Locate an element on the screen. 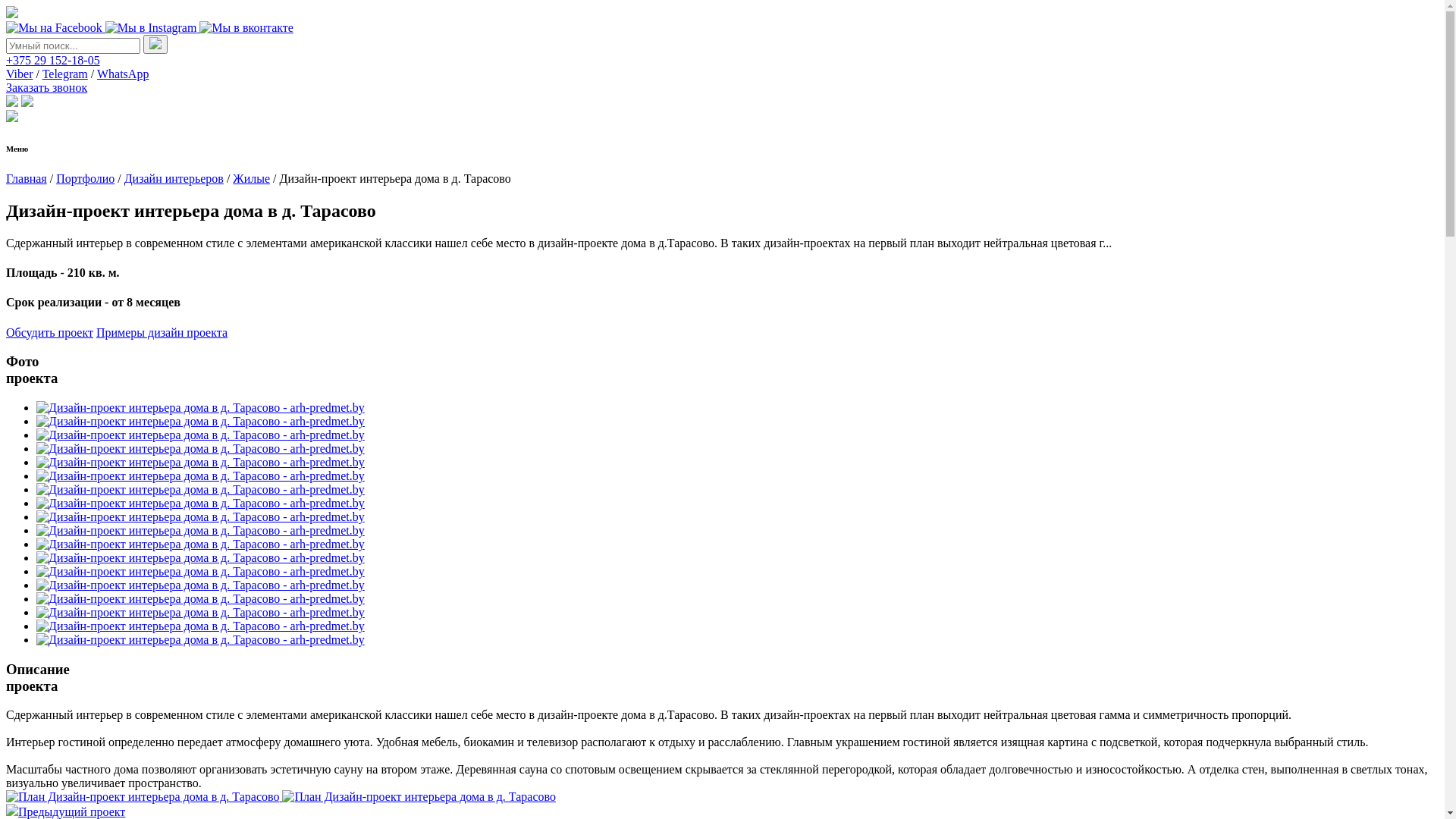  'Viber' is located at coordinates (6, 74).